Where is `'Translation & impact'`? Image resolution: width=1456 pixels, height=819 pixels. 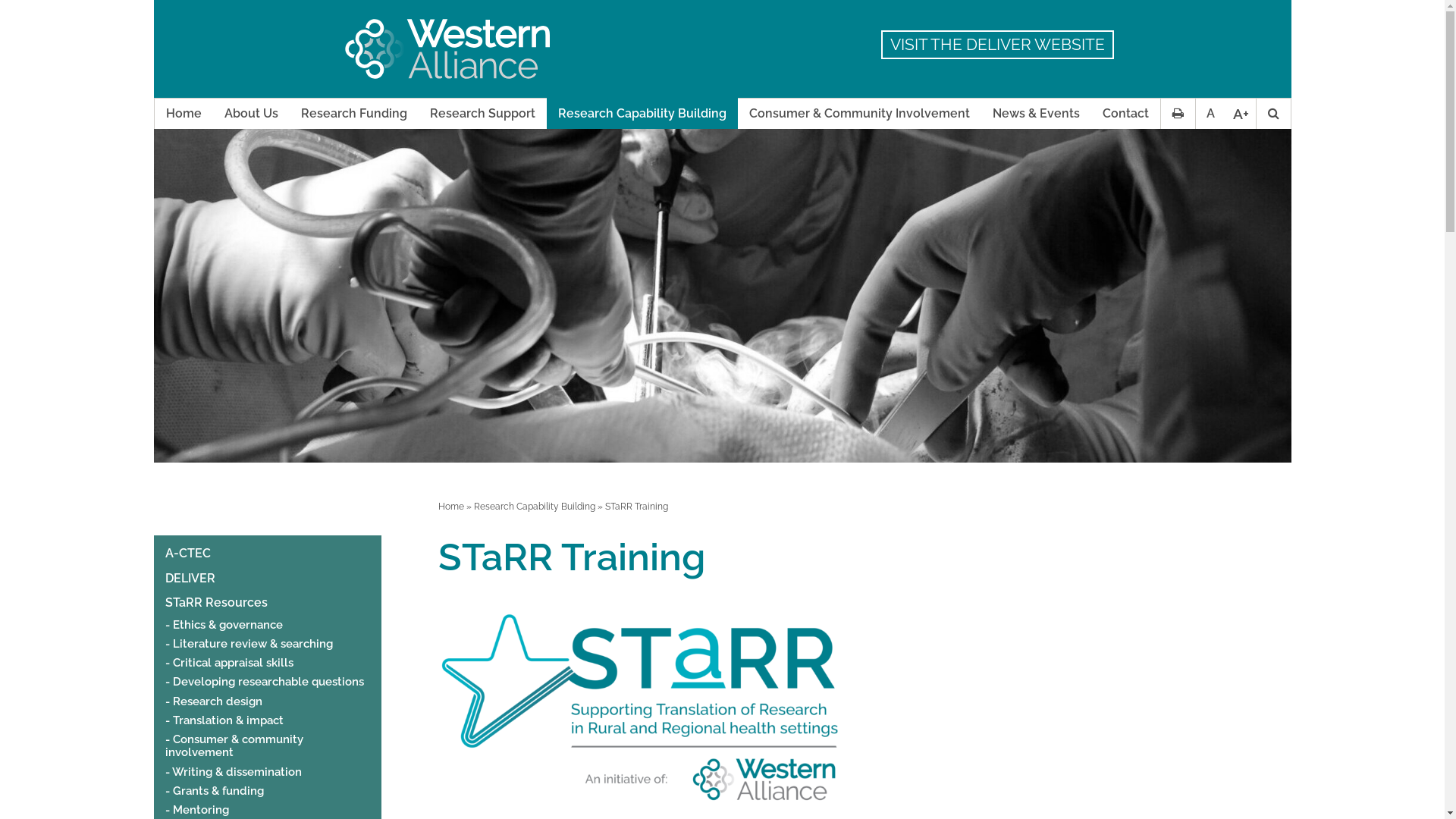 'Translation & impact' is located at coordinates (224, 720).